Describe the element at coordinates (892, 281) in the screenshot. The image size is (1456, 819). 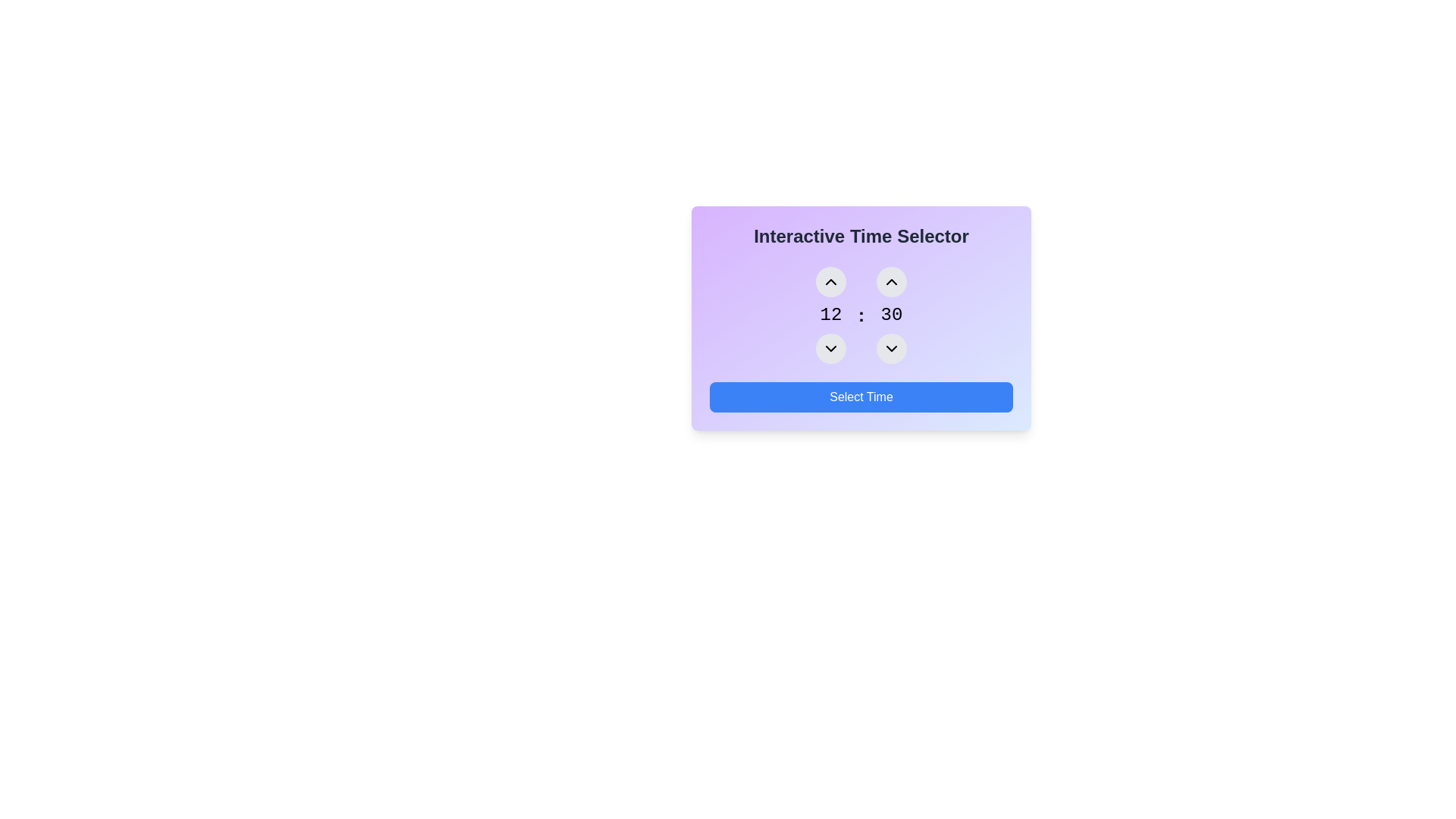
I see `the circular button with a light gray background and a black upward-pointing chevron icon to trigger the hover effect` at that location.